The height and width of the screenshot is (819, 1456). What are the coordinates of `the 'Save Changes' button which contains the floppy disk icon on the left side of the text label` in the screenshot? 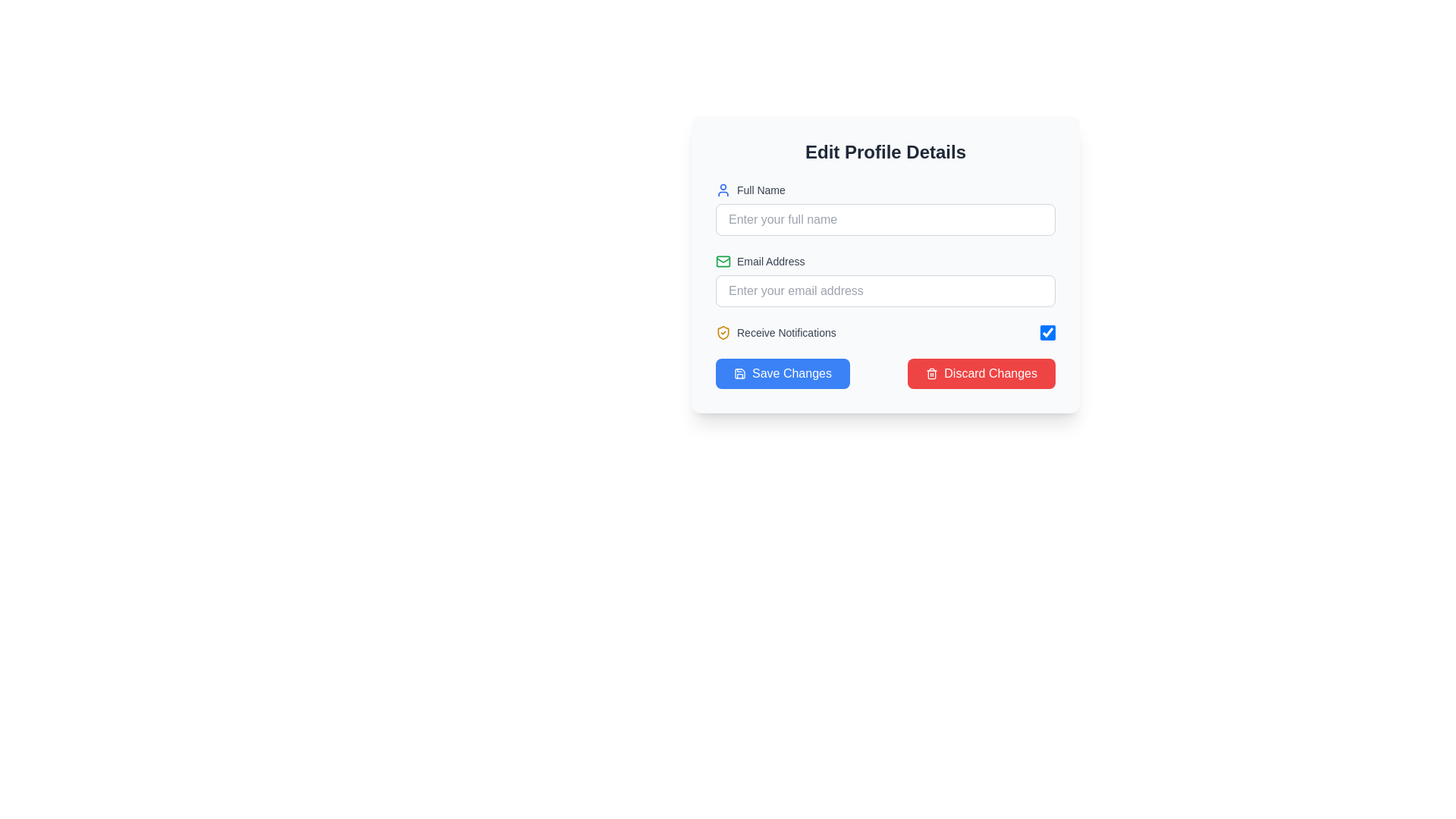 It's located at (739, 374).